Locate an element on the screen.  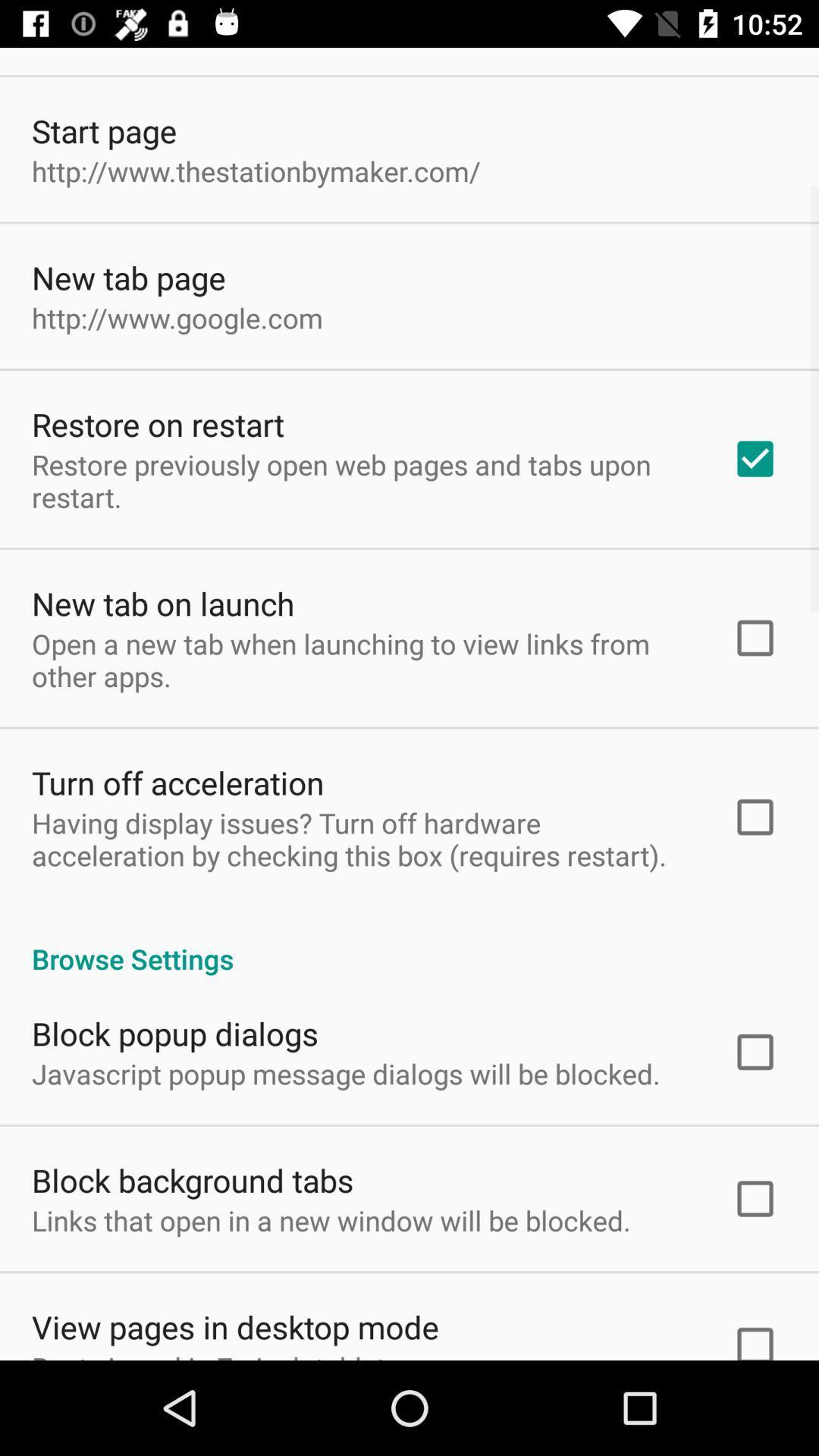
the browse settings is located at coordinates (409, 942).